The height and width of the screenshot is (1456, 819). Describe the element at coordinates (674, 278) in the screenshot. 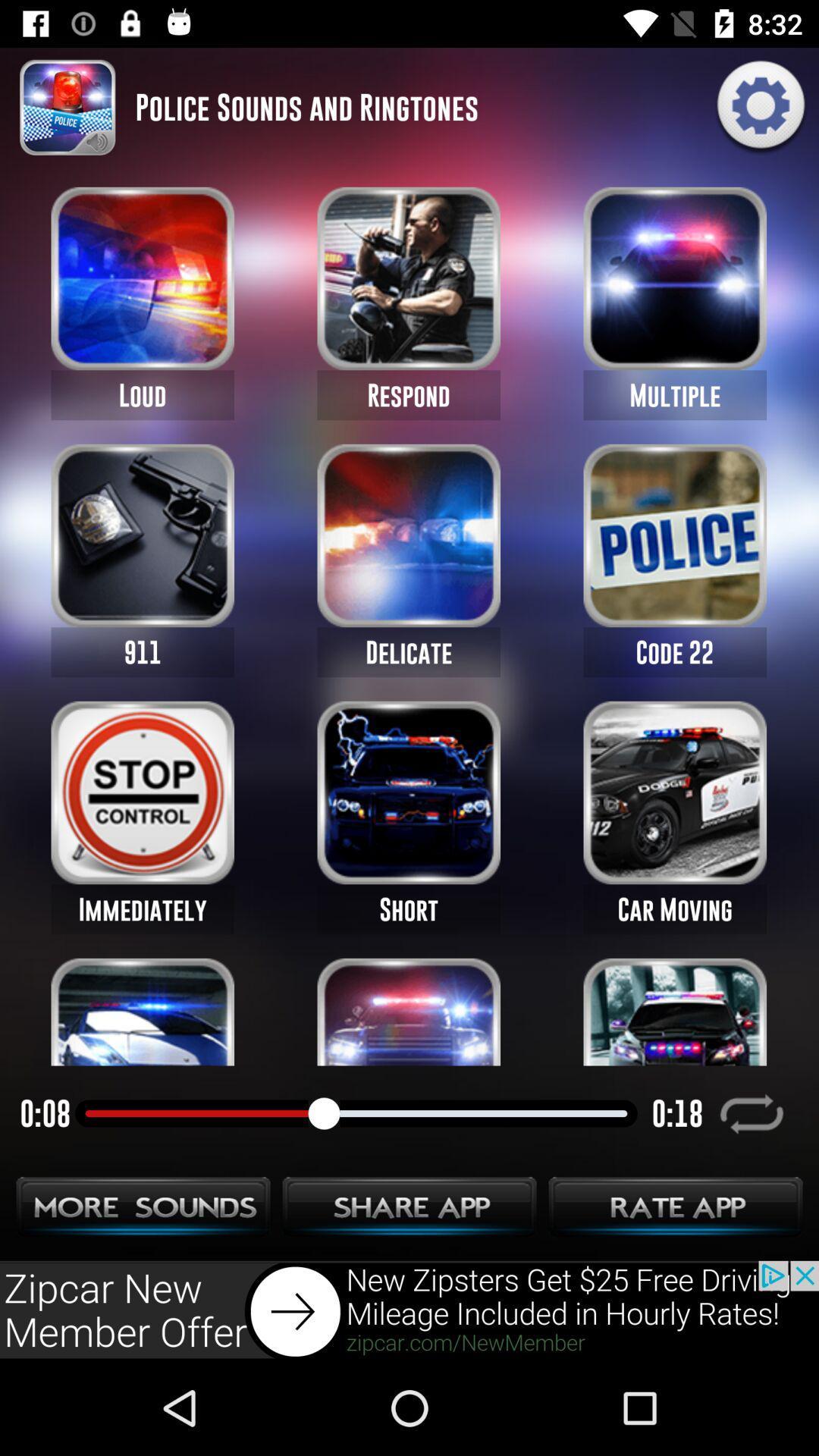

I see `the image below the settings button on the web page` at that location.